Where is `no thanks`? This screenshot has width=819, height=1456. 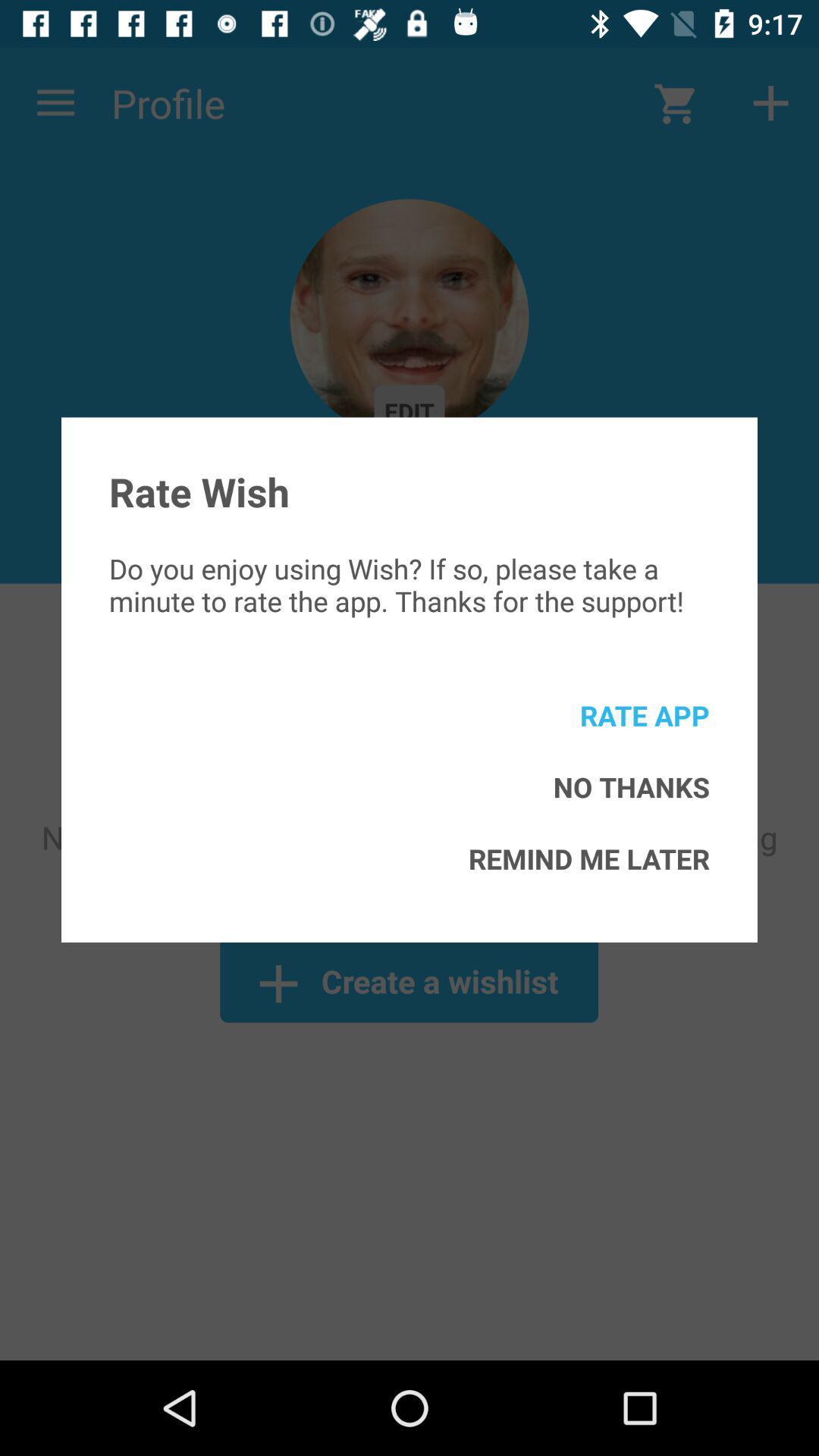 no thanks is located at coordinates (631, 786).